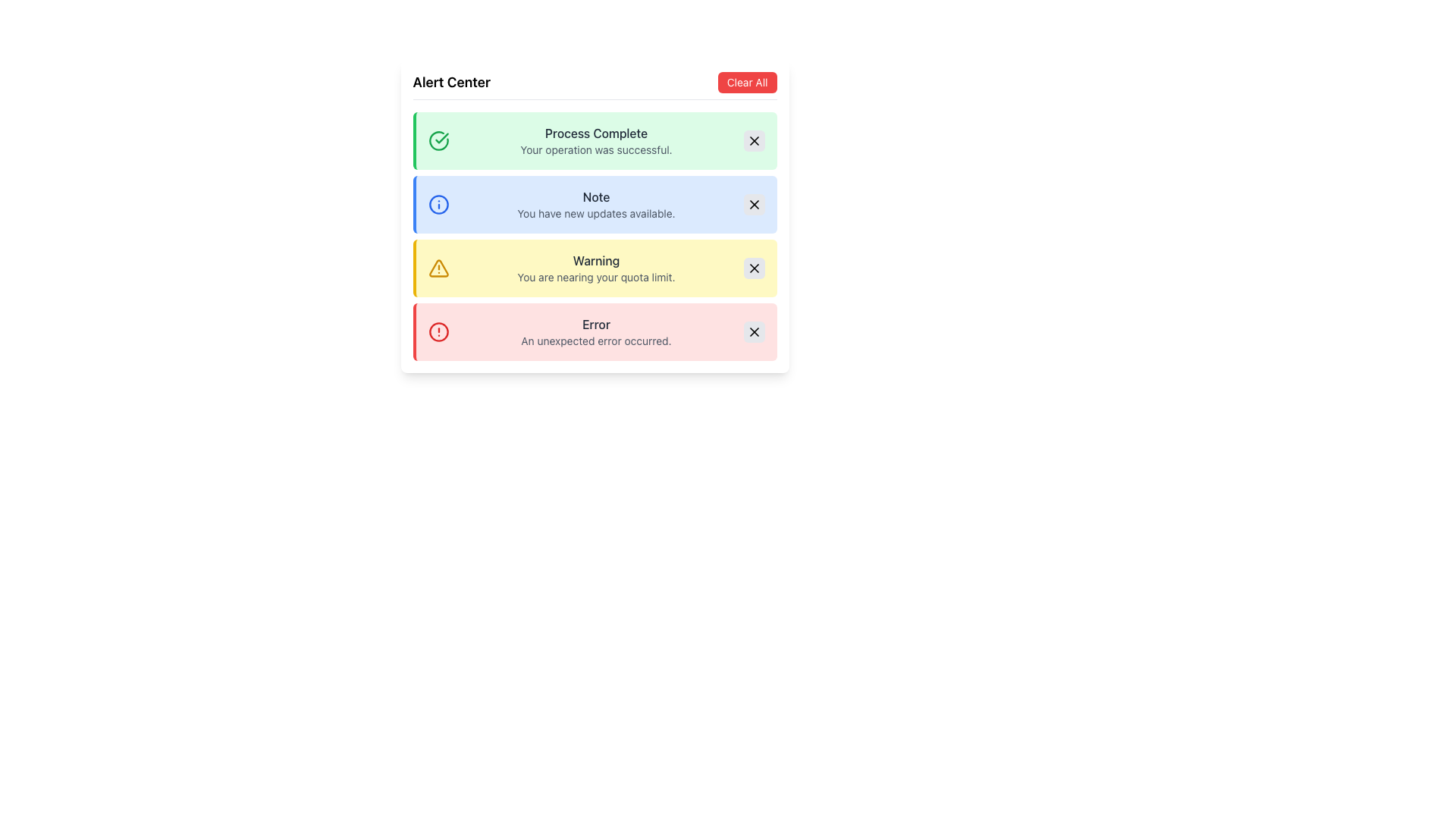 Image resolution: width=1456 pixels, height=819 pixels. Describe the element at coordinates (754, 268) in the screenshot. I see `the close button icon located in the top-right corner of the 'Warning' alert box` at that location.